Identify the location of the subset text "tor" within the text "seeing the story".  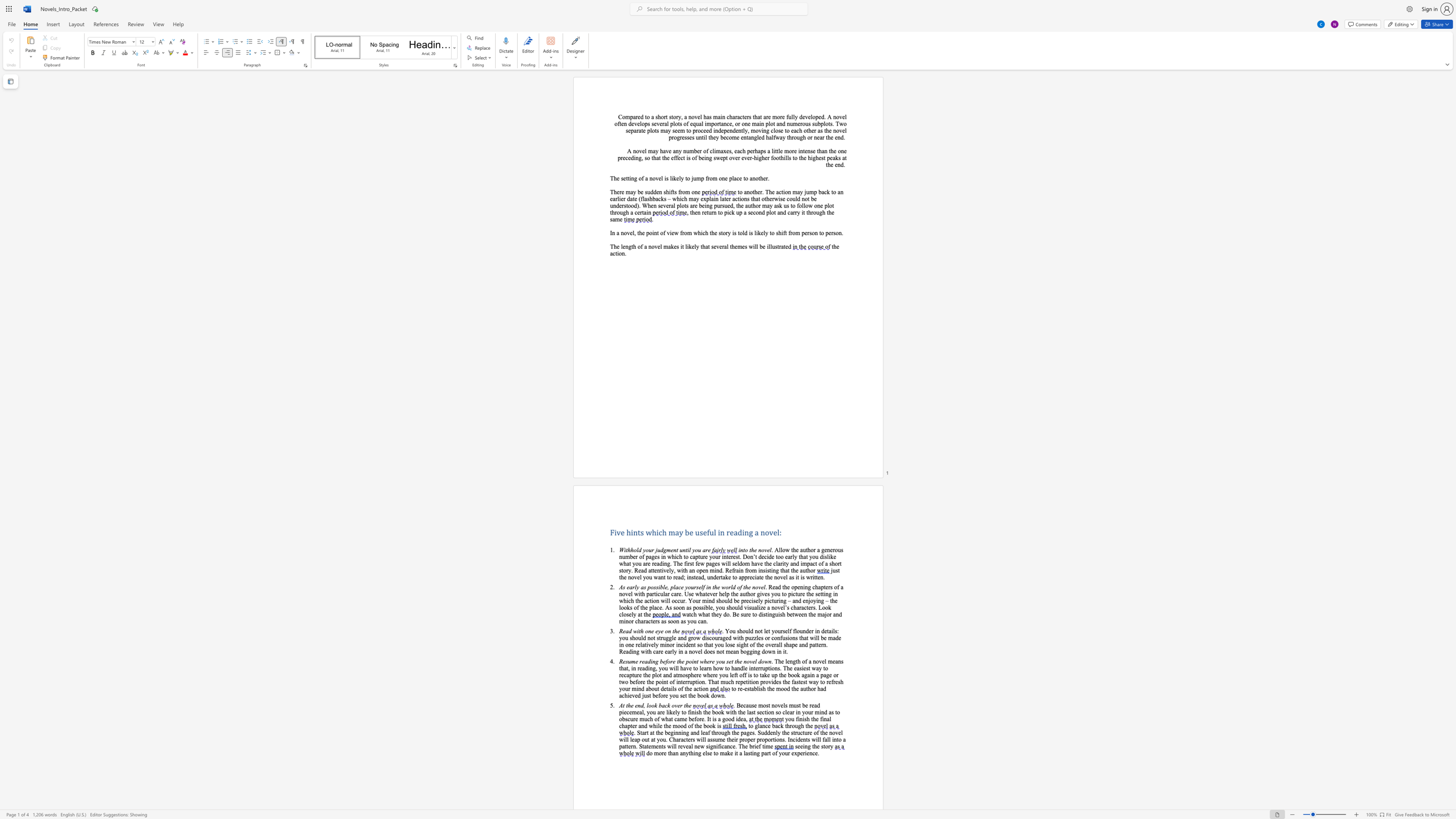
(823, 746).